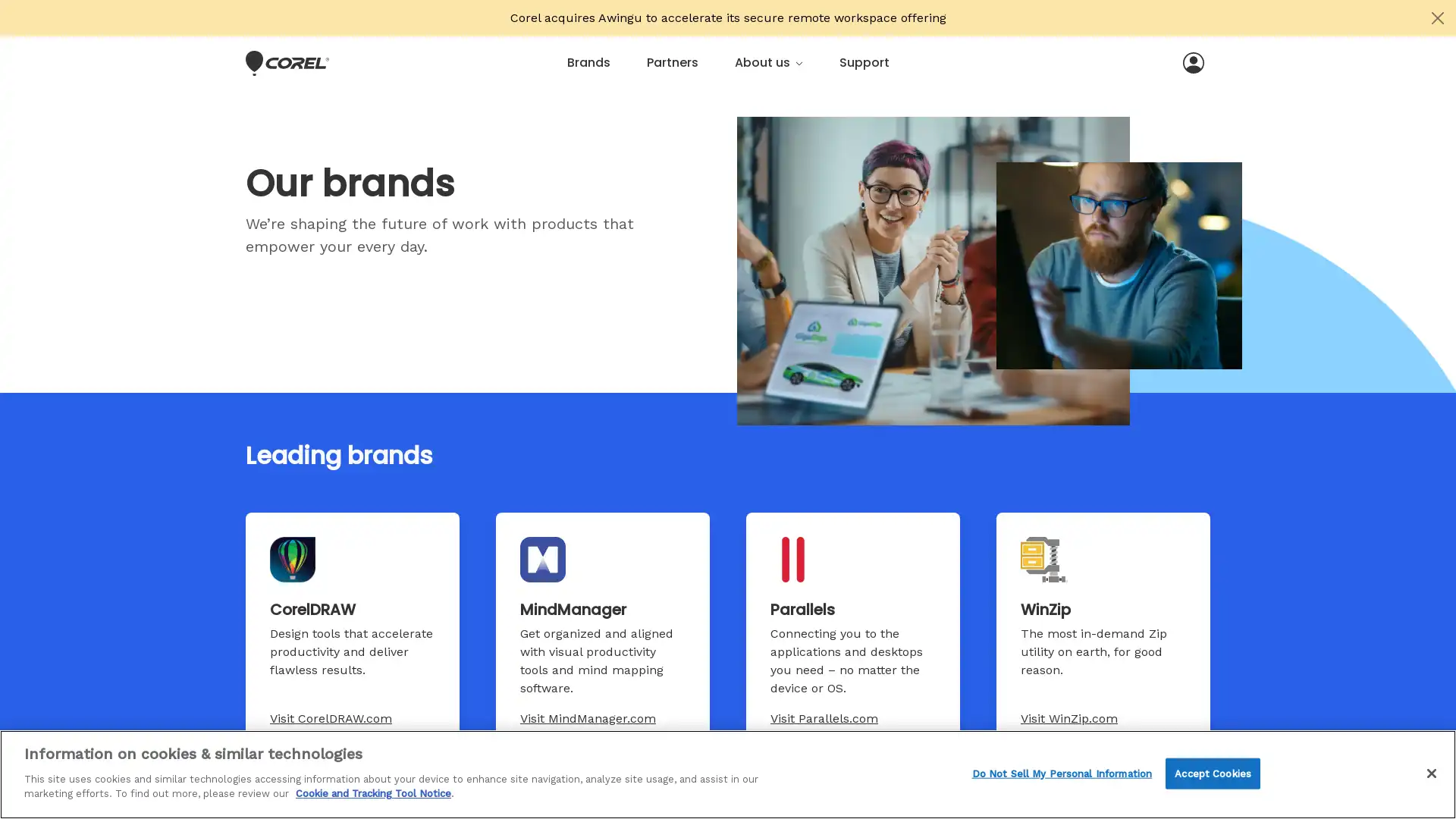 The width and height of the screenshot is (1456, 819). What do you see at coordinates (1061, 773) in the screenshot?
I see `Do Not Sell My Personal Information` at bounding box center [1061, 773].